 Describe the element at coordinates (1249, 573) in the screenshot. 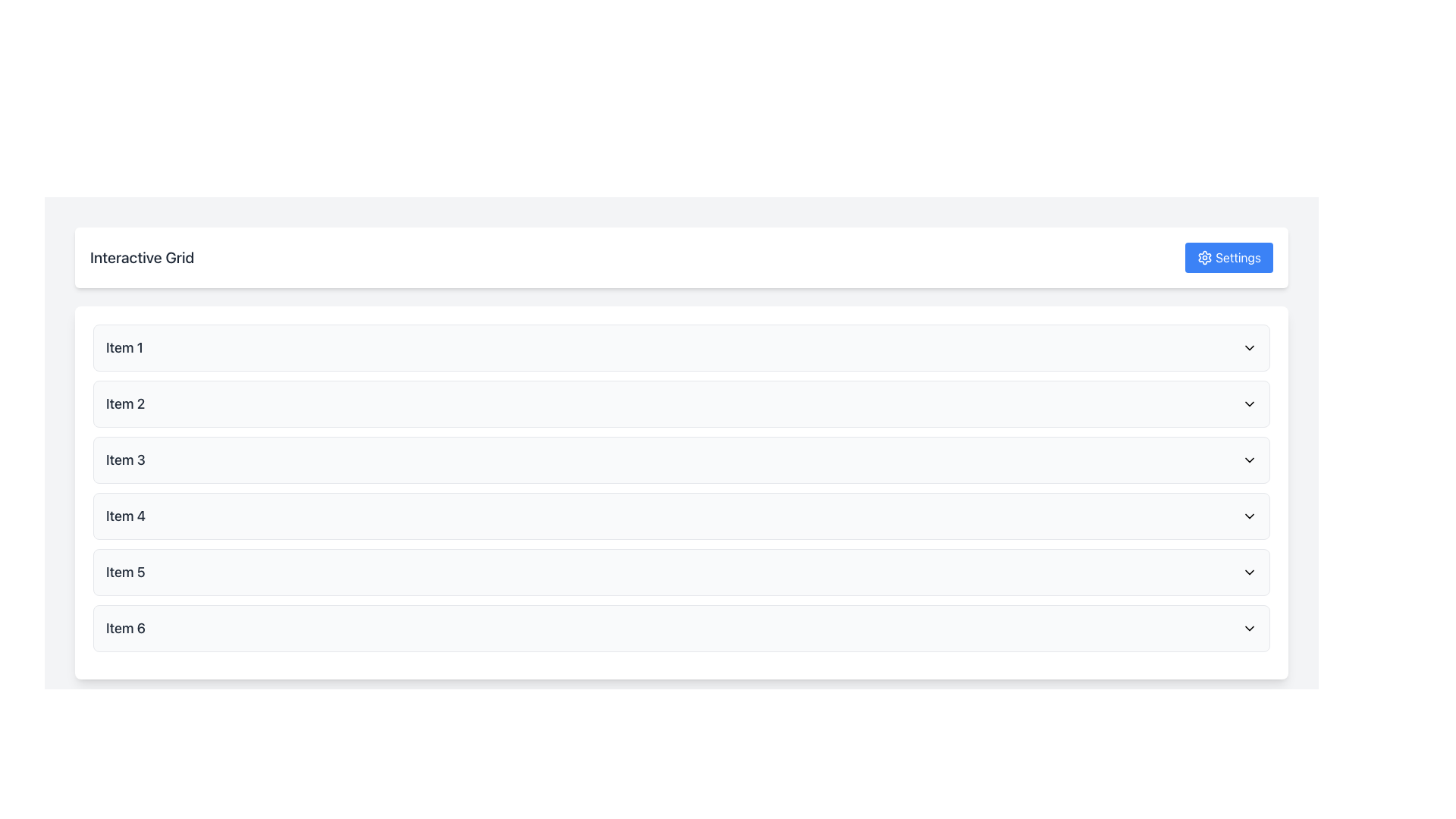

I see `the chevron-down icon located at the far right of the row labeled 'Item 5'` at that location.